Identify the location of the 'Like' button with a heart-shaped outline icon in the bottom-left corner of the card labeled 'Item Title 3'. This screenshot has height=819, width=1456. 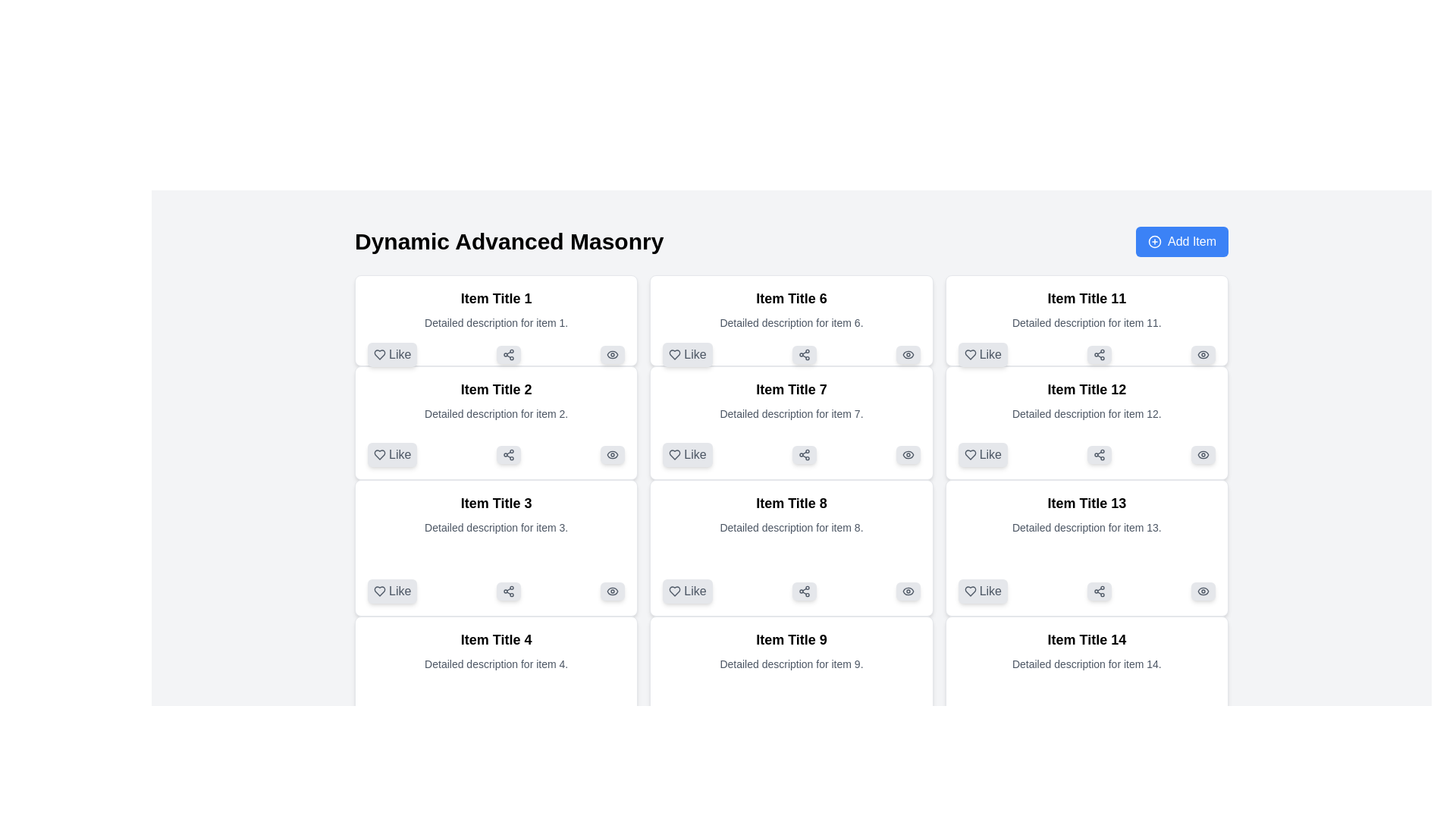
(392, 590).